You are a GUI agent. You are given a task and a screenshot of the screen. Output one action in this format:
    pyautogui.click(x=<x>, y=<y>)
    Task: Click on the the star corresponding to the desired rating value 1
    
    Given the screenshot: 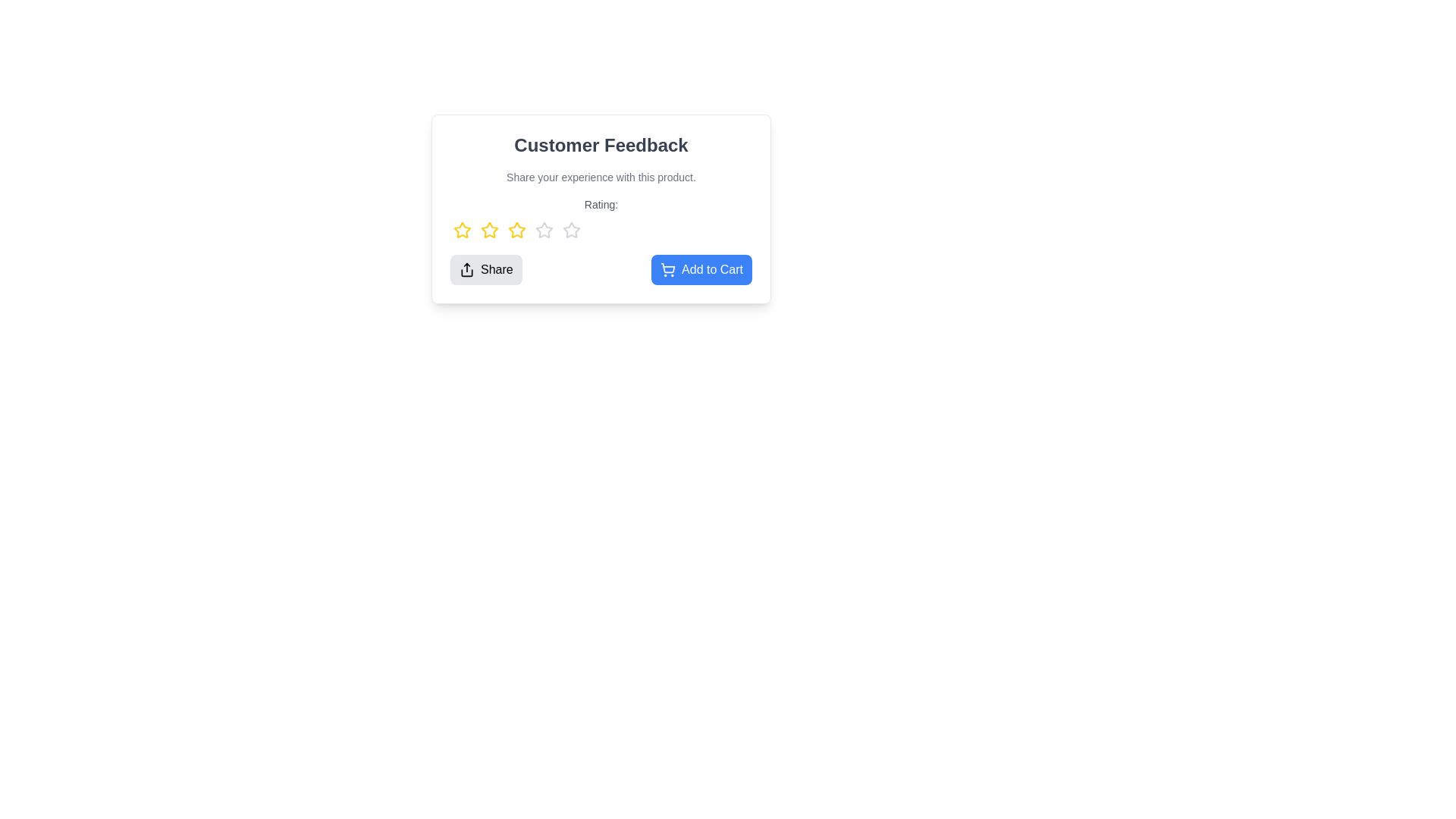 What is the action you would take?
    pyautogui.click(x=461, y=231)
    